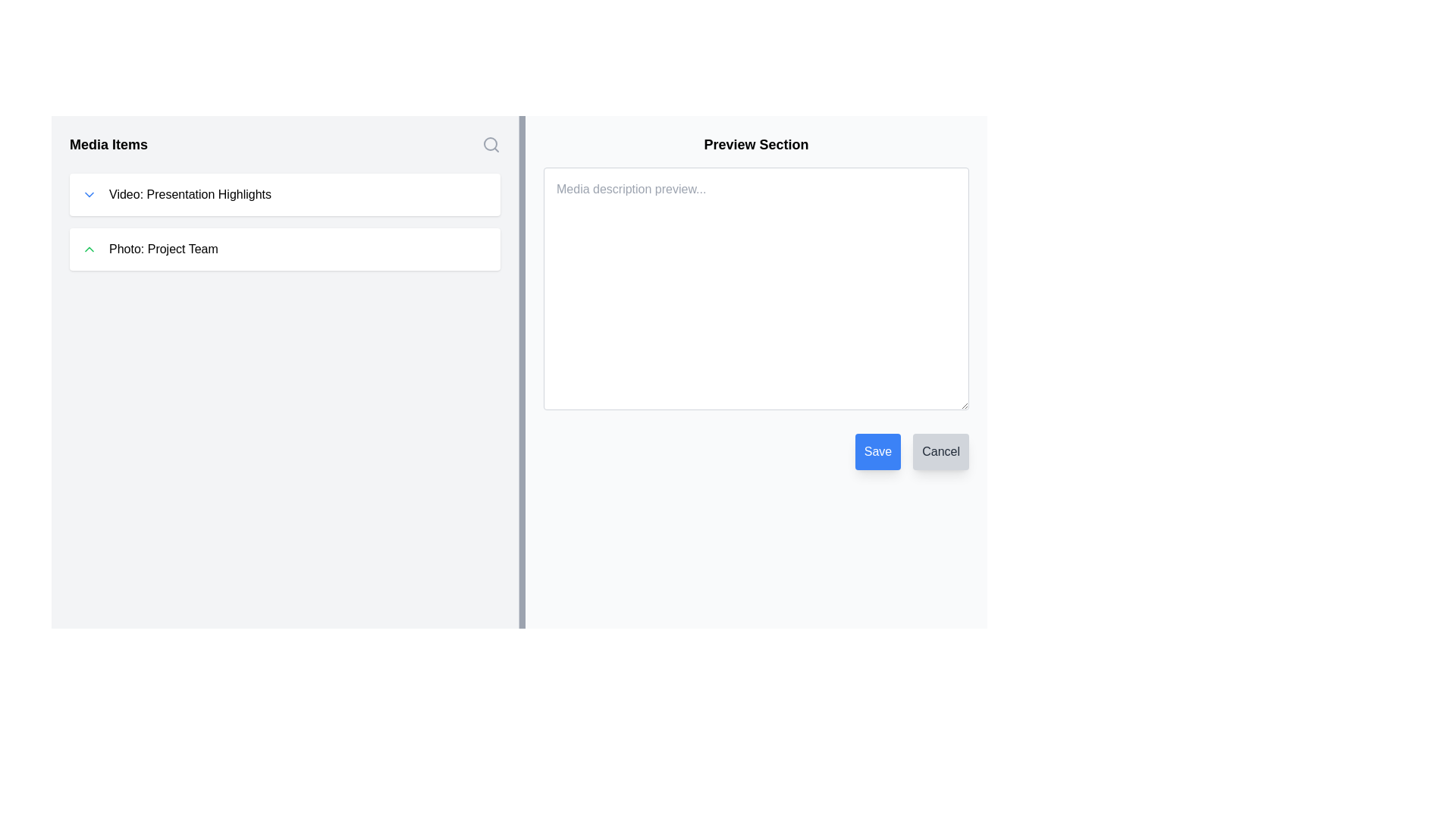 The image size is (1456, 819). I want to click on the downward-facing chevron icon adjacent to 'Video: Presentation Highlights', so click(89, 194).